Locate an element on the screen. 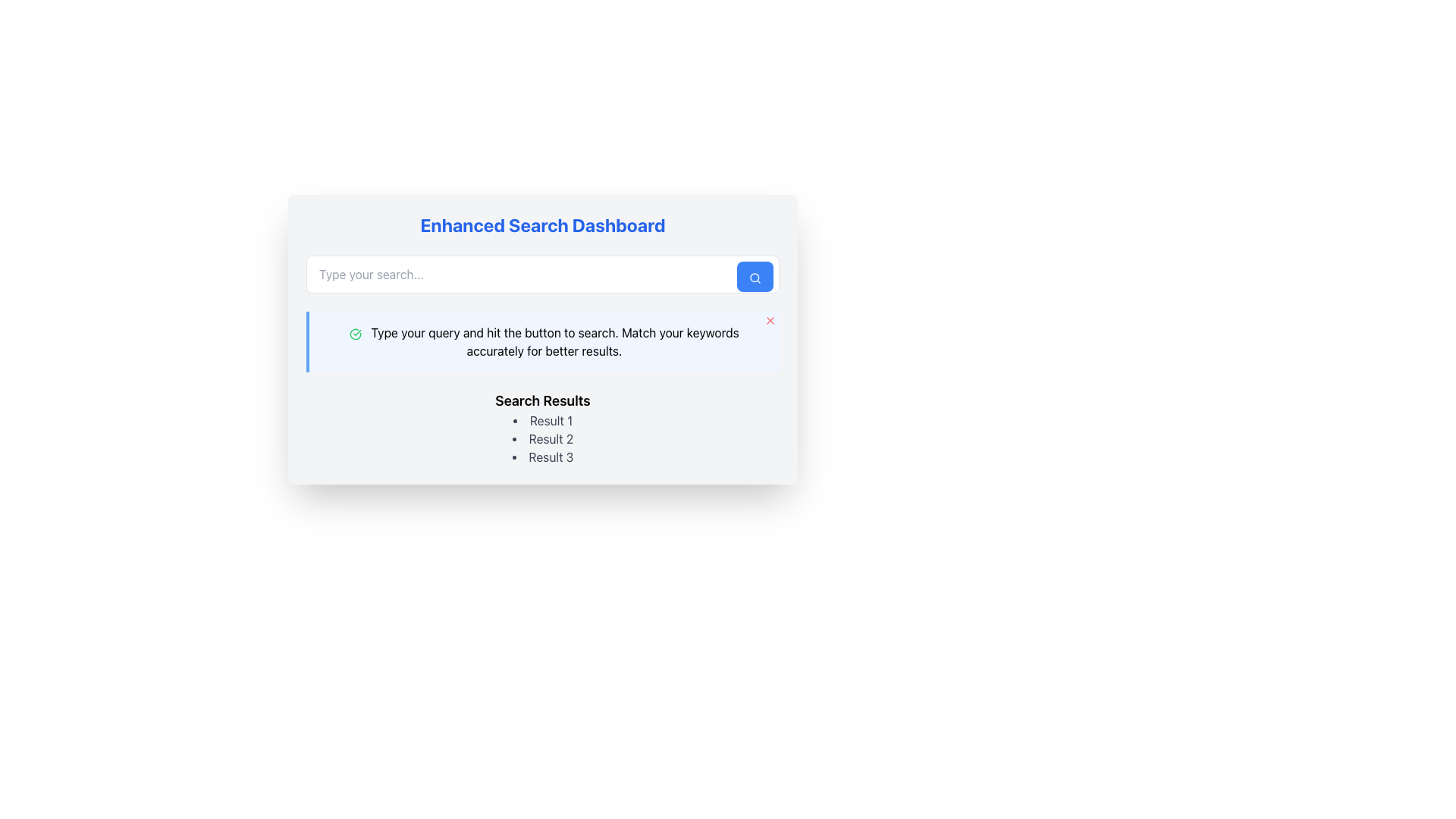 Image resolution: width=1456 pixels, height=819 pixels. the magnifying glass icon in the top-right corner of the text input box to initiate a search in the 'Enhanced Search Dashboard' is located at coordinates (755, 278).